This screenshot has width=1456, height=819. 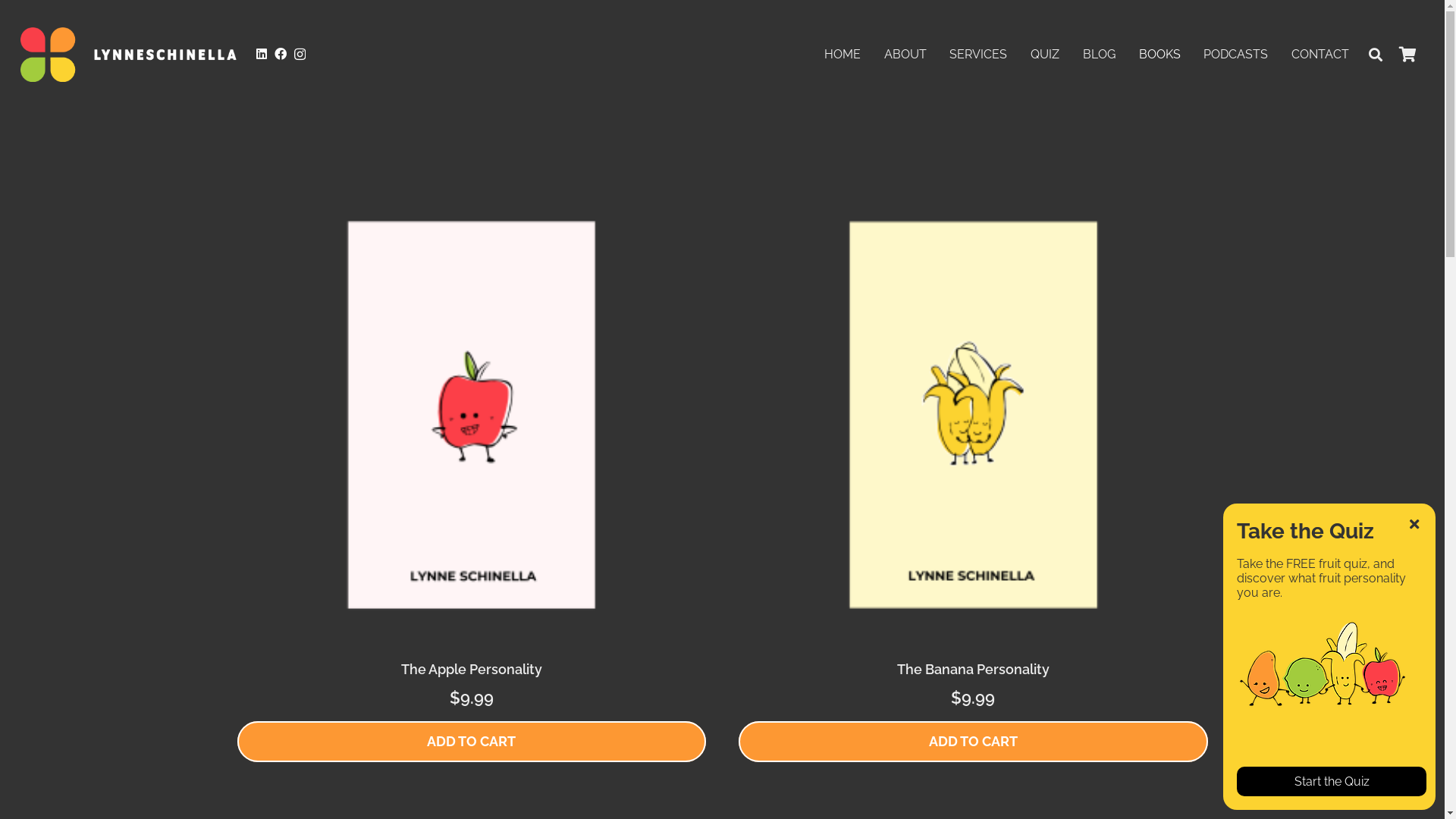 What do you see at coordinates (972, 444) in the screenshot?
I see `'The Banana Personality` at bounding box center [972, 444].